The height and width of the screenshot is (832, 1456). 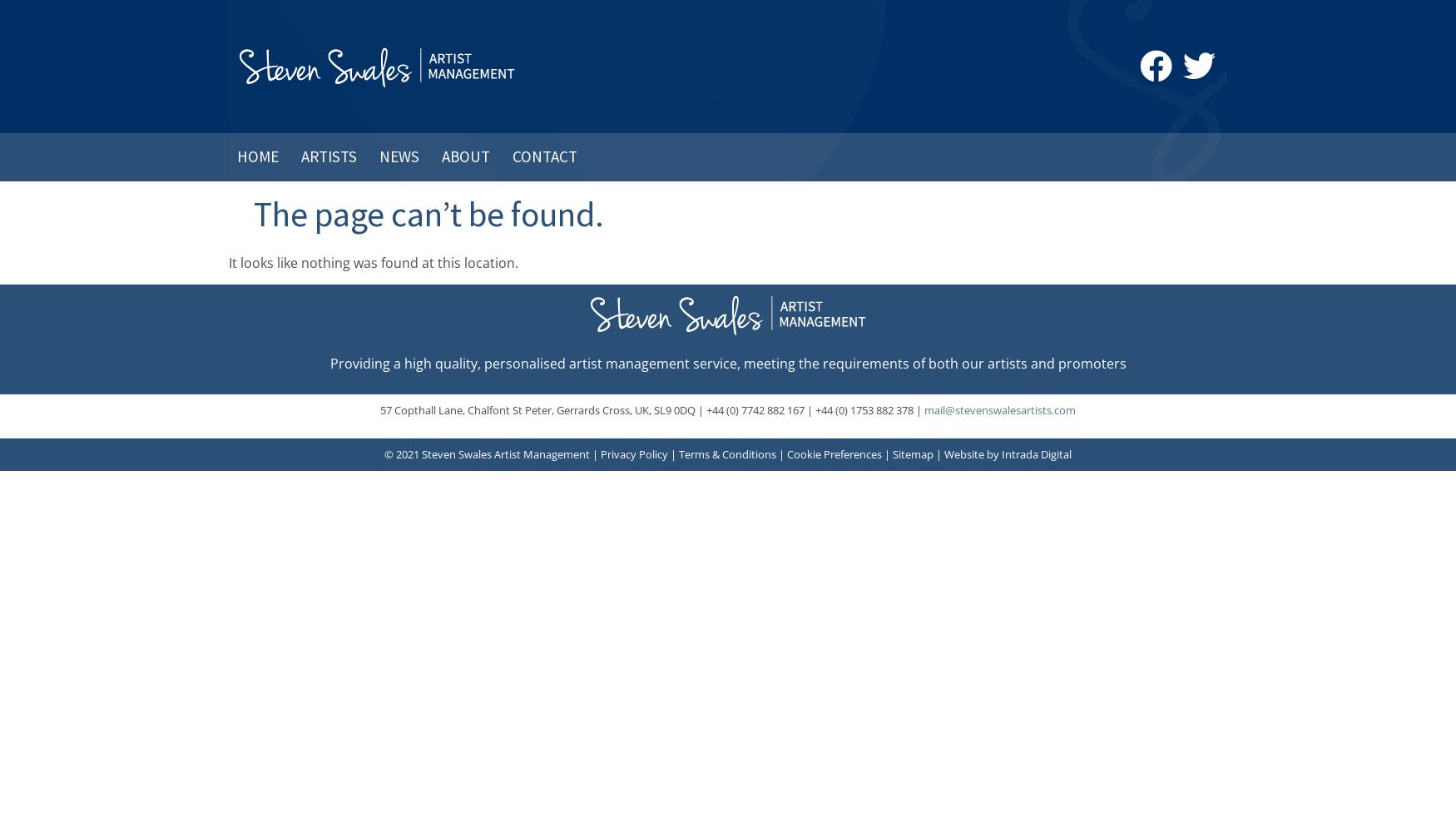 What do you see at coordinates (493, 454) in the screenshot?
I see `'© 2021 Steven Swales Artist Management |'` at bounding box center [493, 454].